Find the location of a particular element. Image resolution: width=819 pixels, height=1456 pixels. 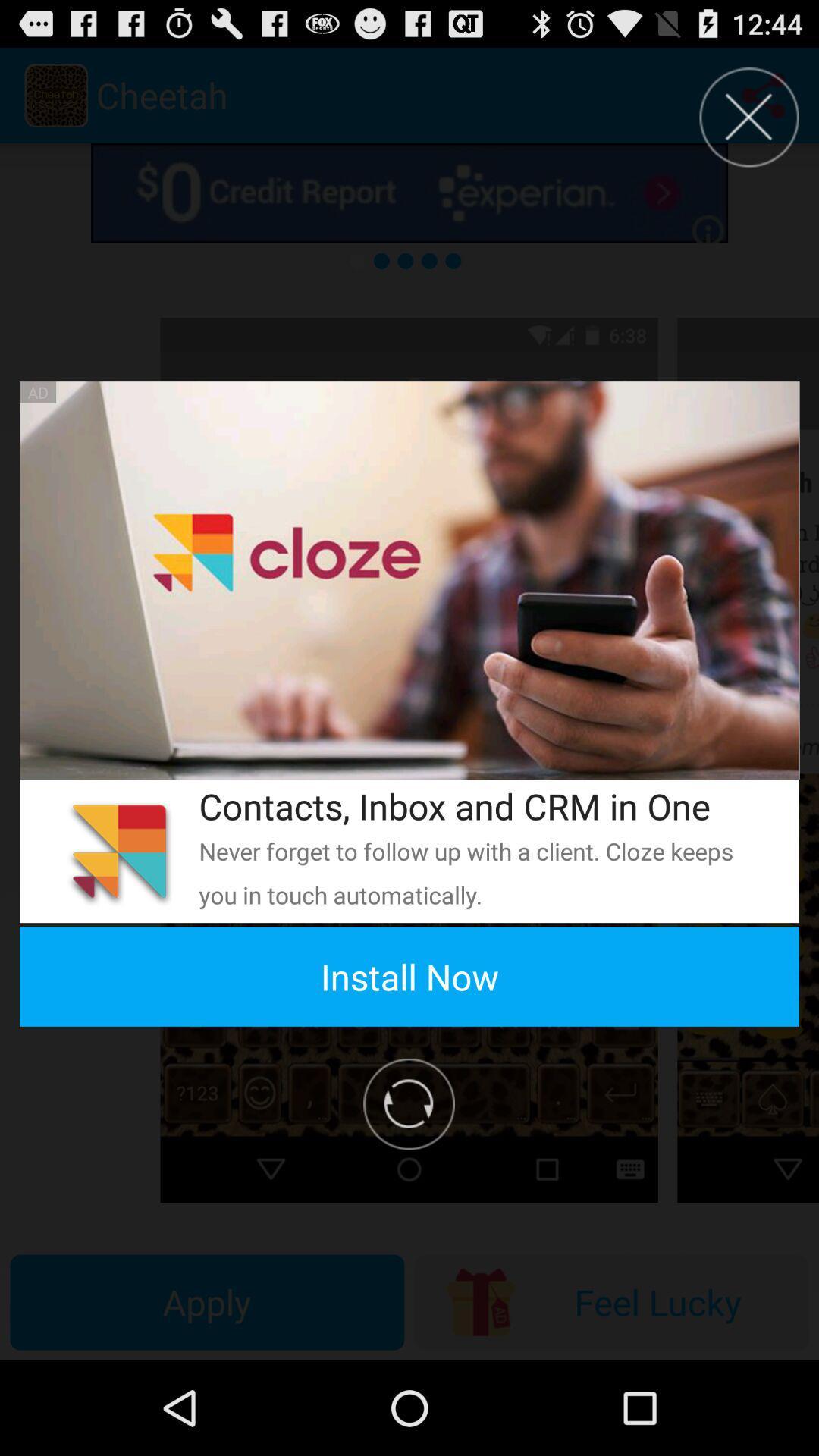

the app above contacts inbox and icon is located at coordinates (409, 579).